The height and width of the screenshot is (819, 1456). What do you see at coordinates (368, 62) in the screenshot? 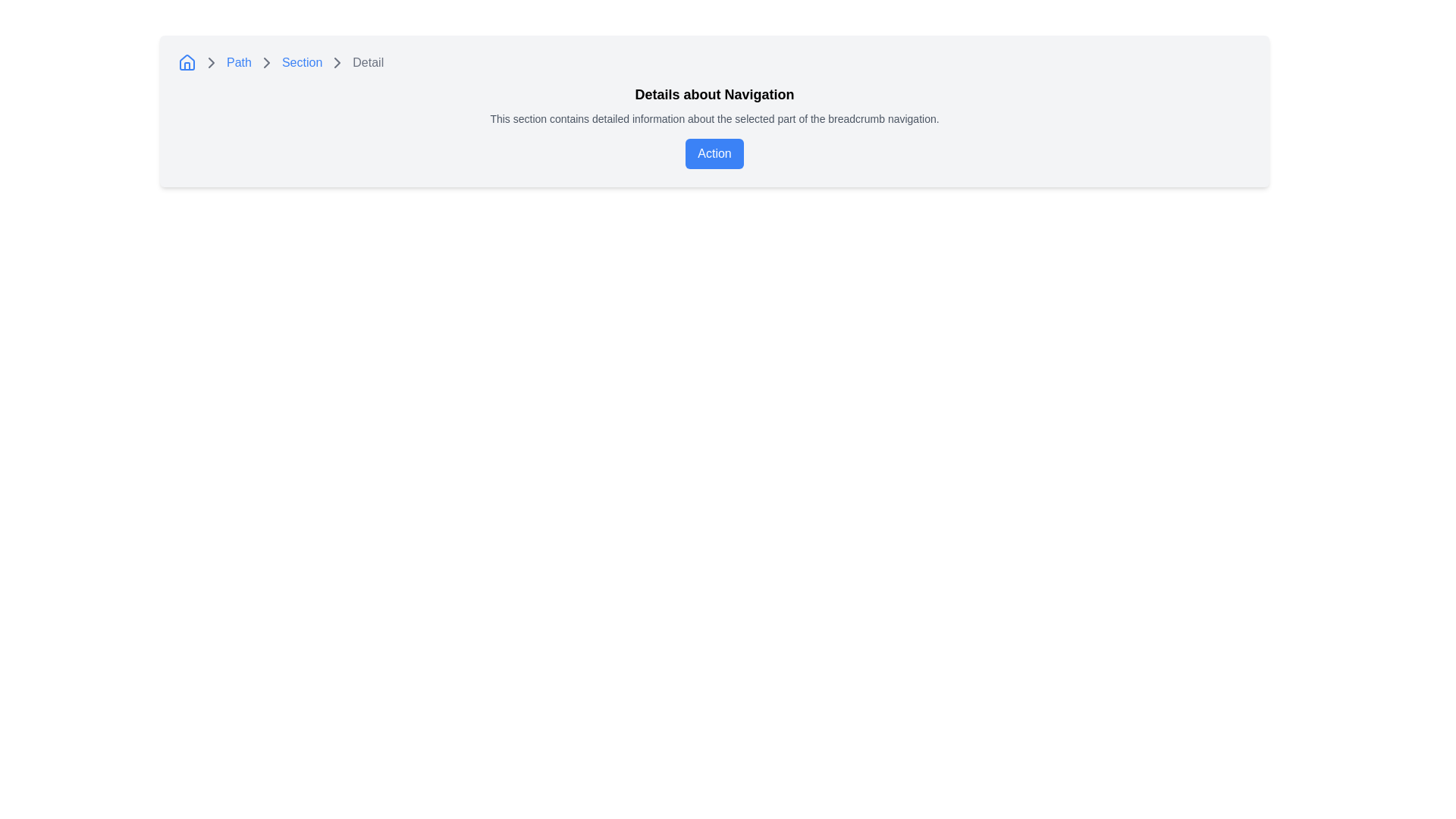
I see `the Text label in the breadcrumb navigation at the top-left of the interface, which indicates the current page or section` at bounding box center [368, 62].